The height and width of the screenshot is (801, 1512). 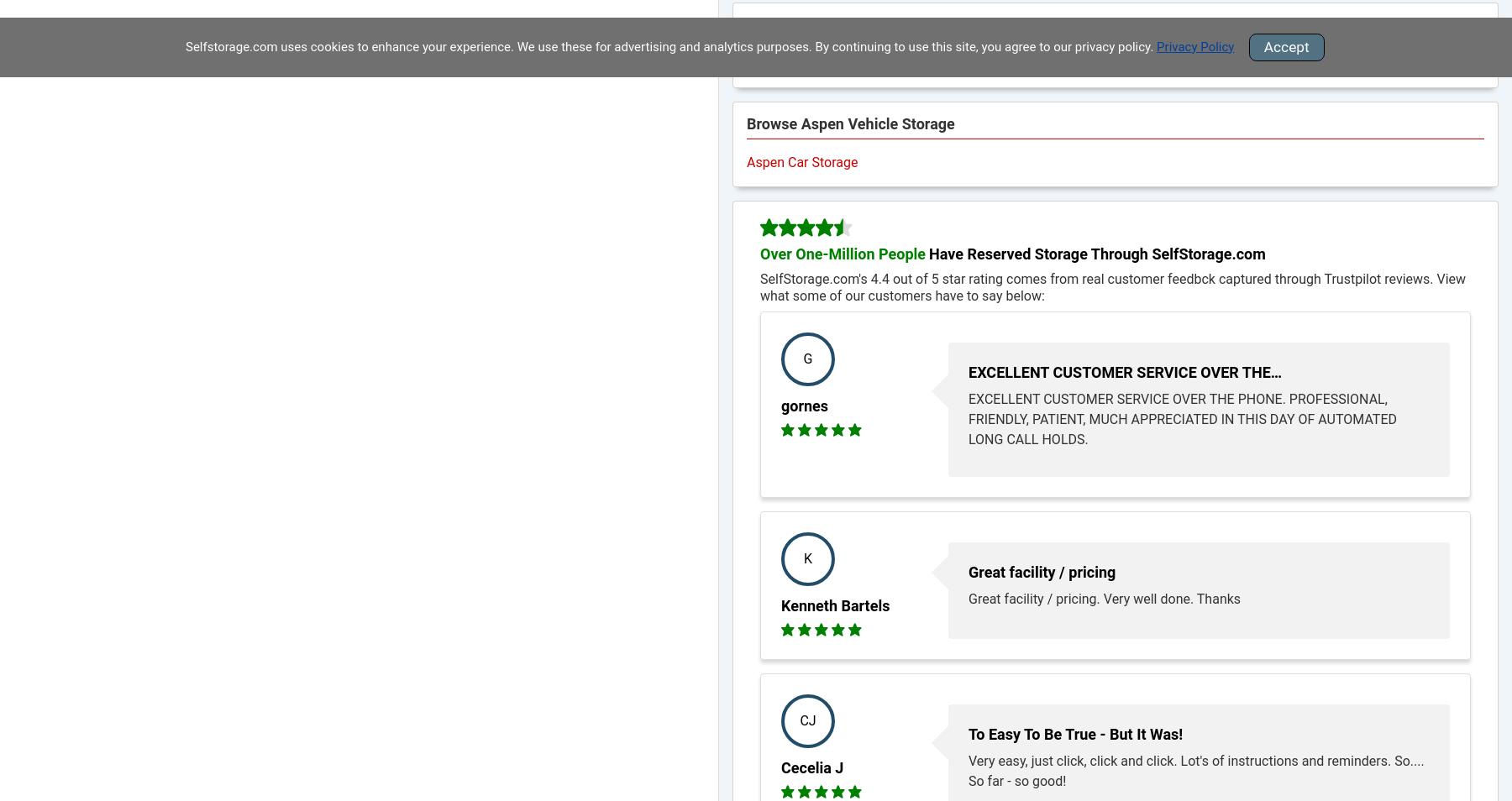 What do you see at coordinates (1286, 45) in the screenshot?
I see `'Accept'` at bounding box center [1286, 45].